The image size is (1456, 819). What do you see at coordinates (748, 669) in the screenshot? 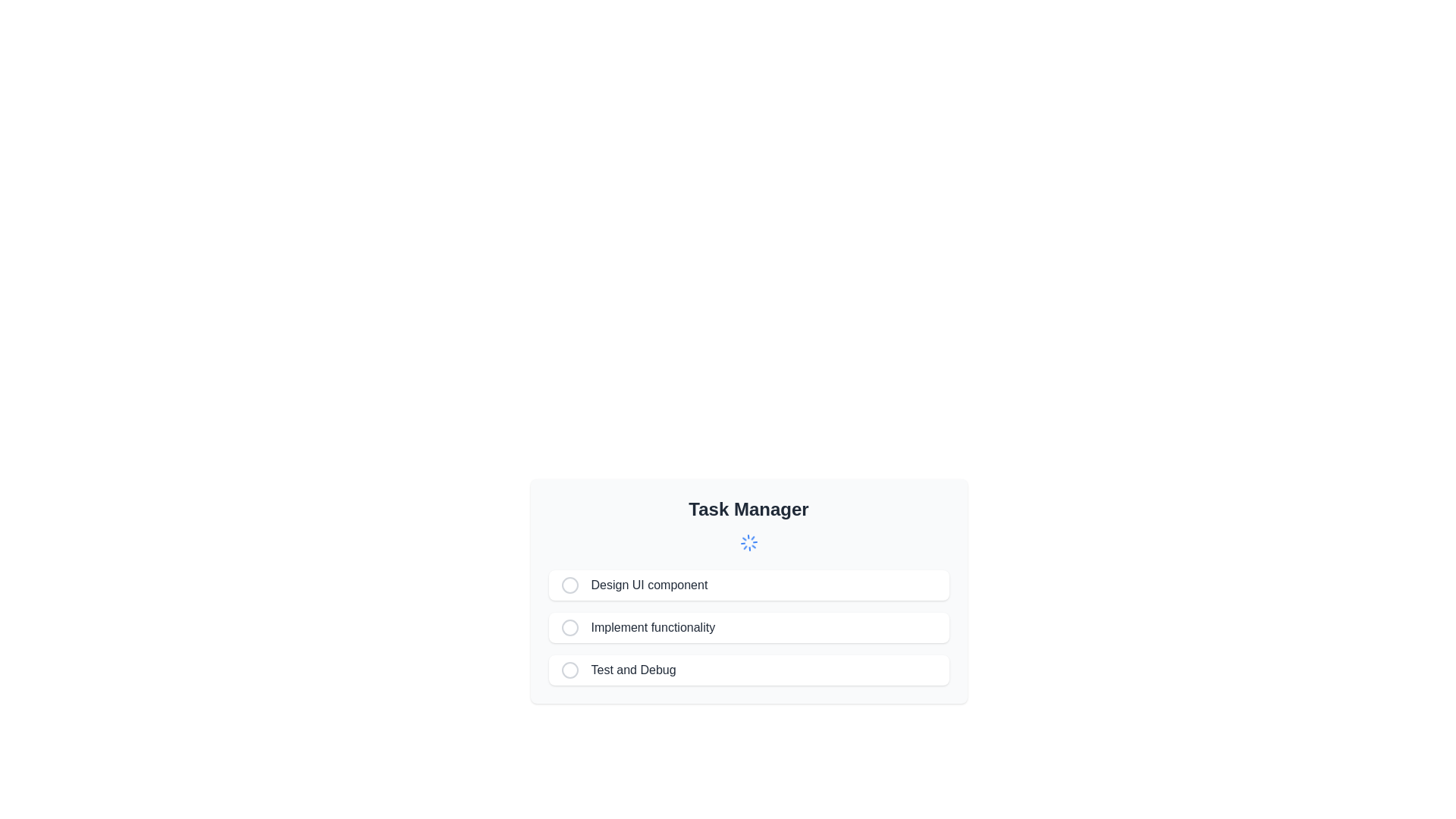
I see `the selectable button, which is the third item in a vertical list of tasks in the task manager panel` at bounding box center [748, 669].